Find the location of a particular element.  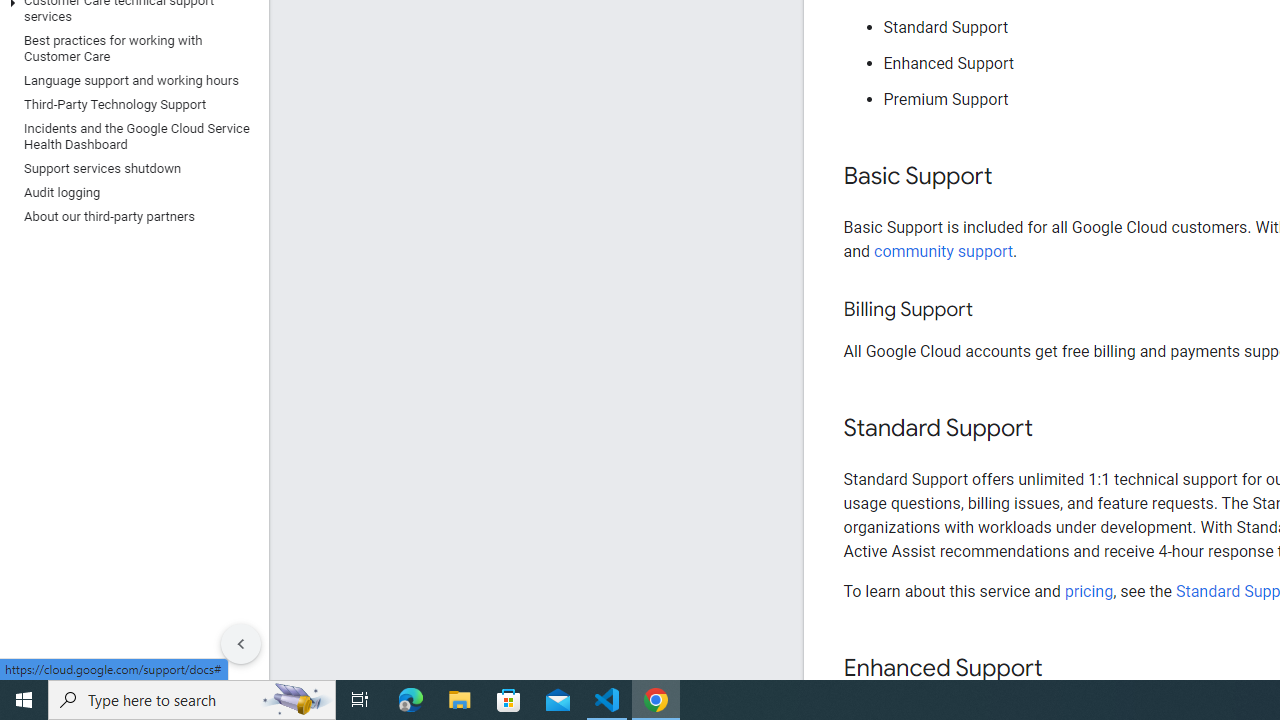

'Support services shutdown' is located at coordinates (129, 167).